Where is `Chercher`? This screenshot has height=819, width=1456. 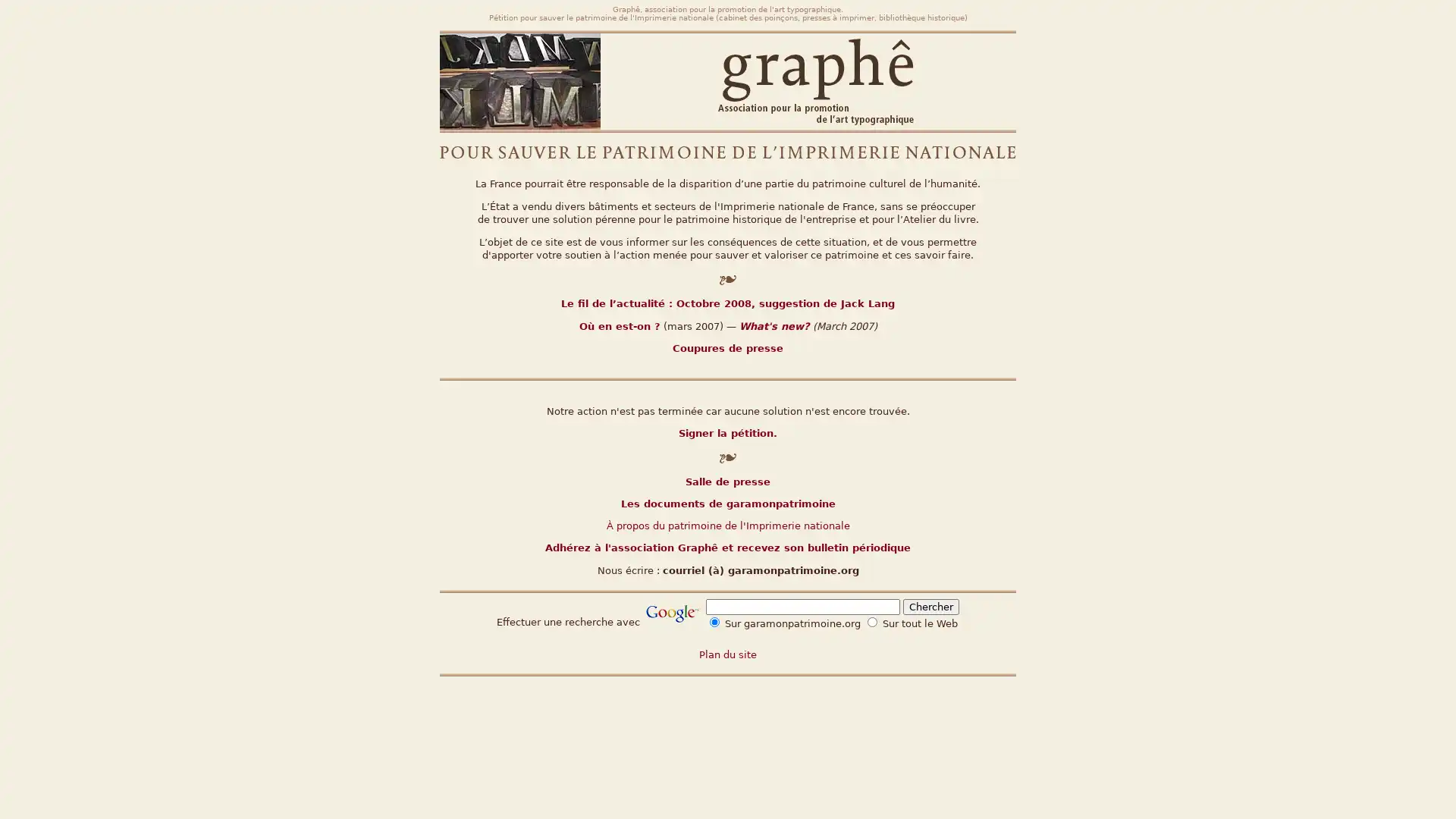 Chercher is located at coordinates (930, 606).